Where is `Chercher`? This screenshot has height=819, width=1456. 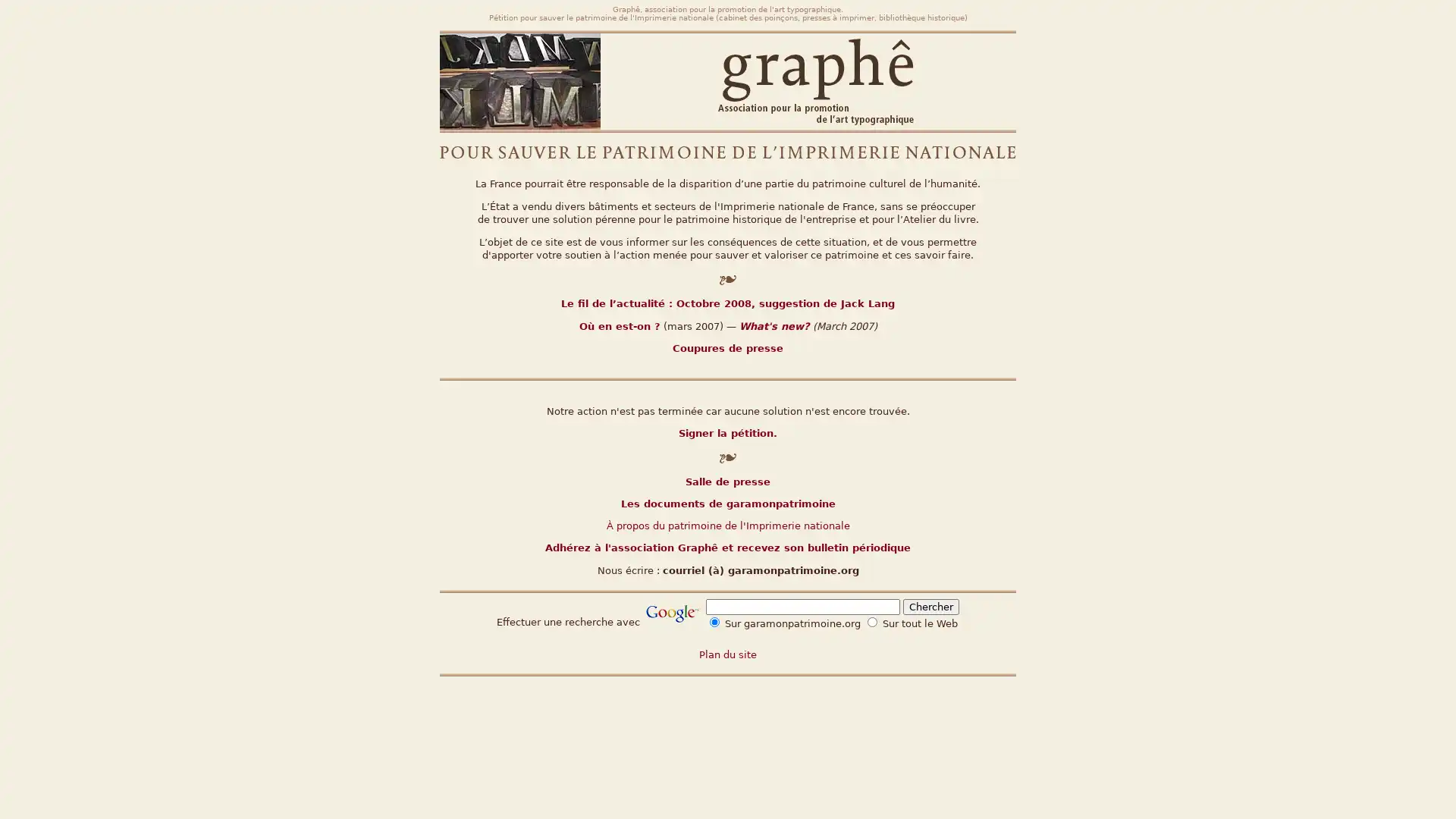 Chercher is located at coordinates (930, 606).